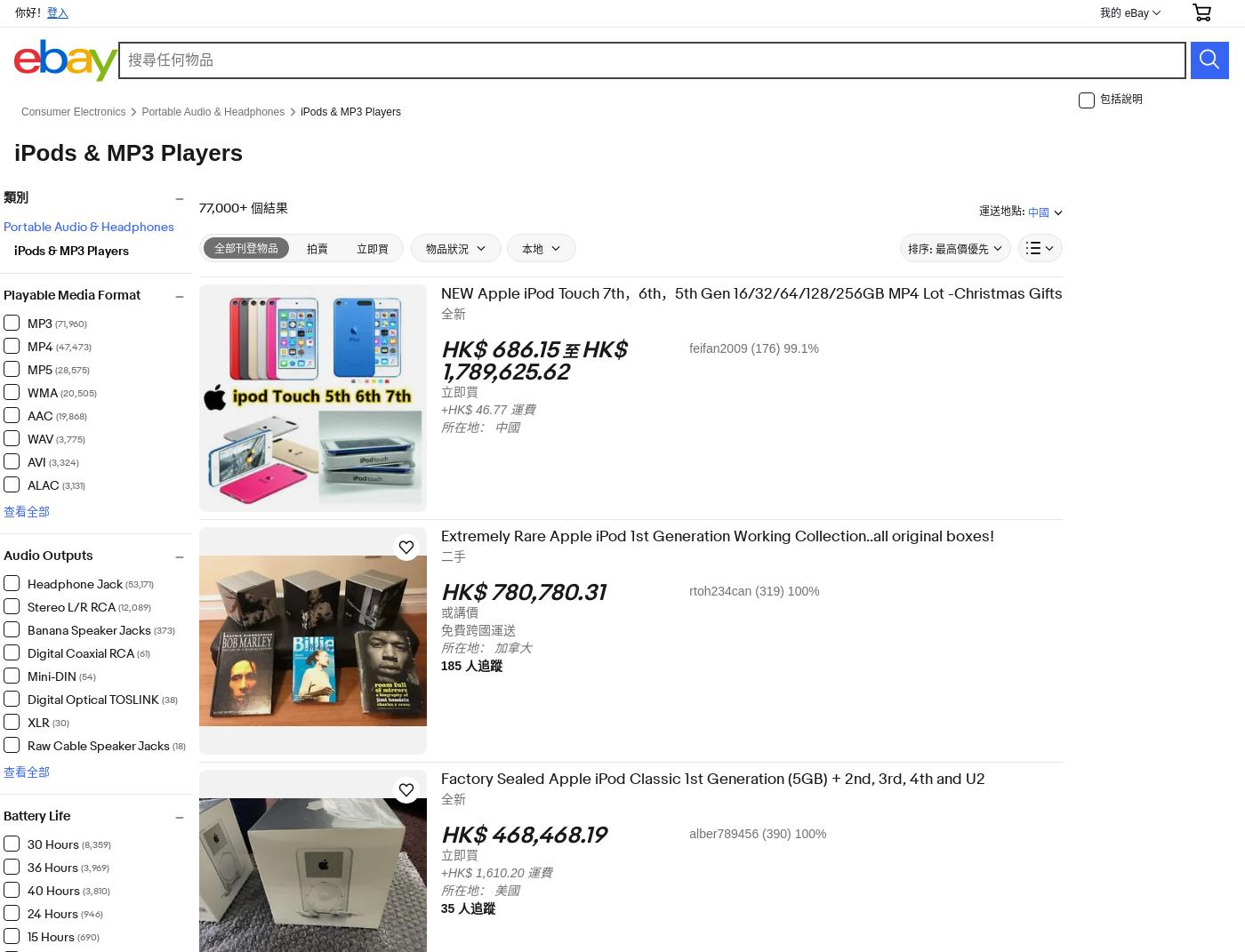 This screenshot has height=952, width=1245. Describe the element at coordinates (85, 581) in the screenshot. I see `'Headphone Jack'` at that location.